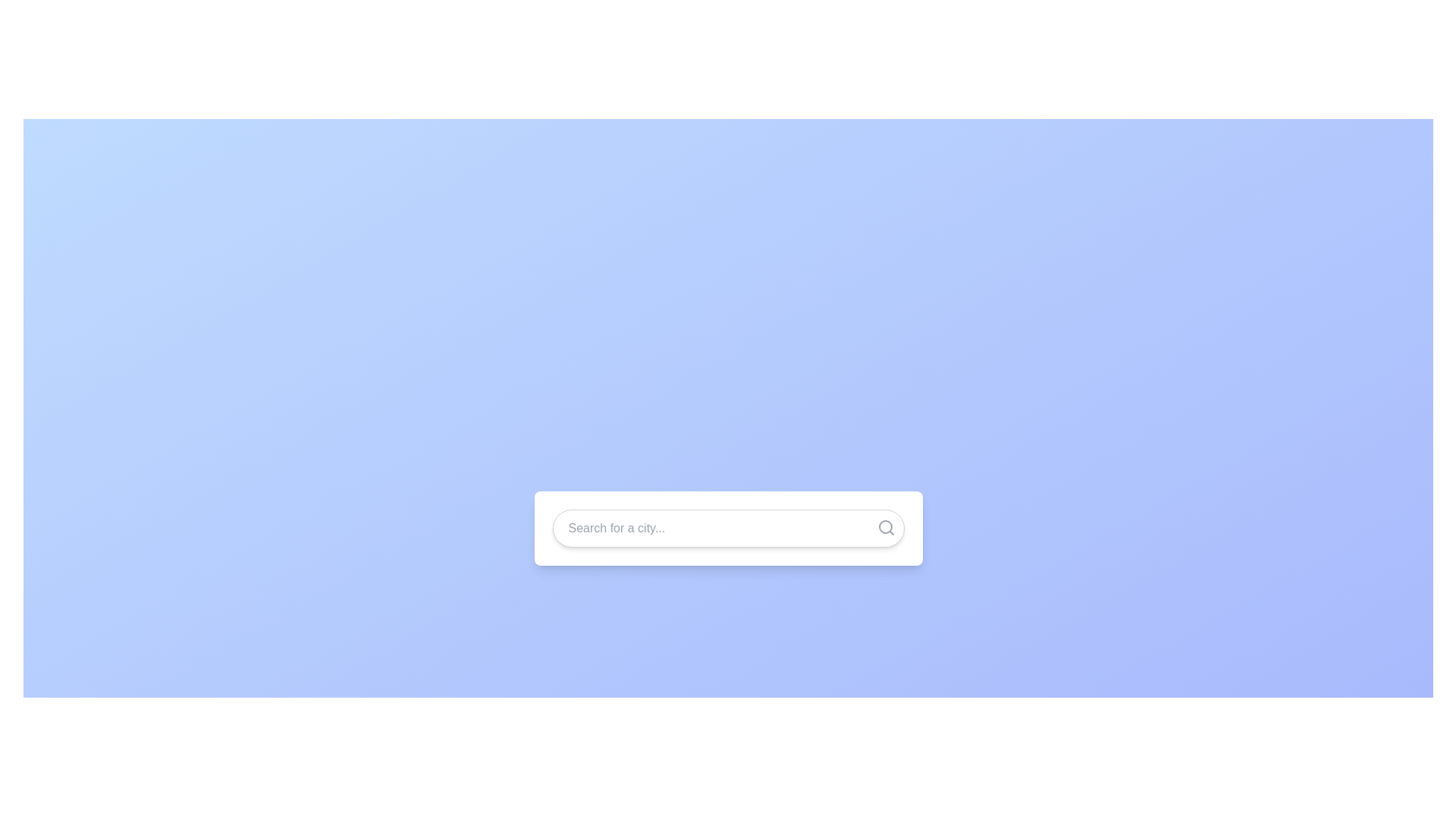  What do you see at coordinates (885, 526) in the screenshot?
I see `the circular magnifying glass icon located within the search button at the end of the search input box` at bounding box center [885, 526].